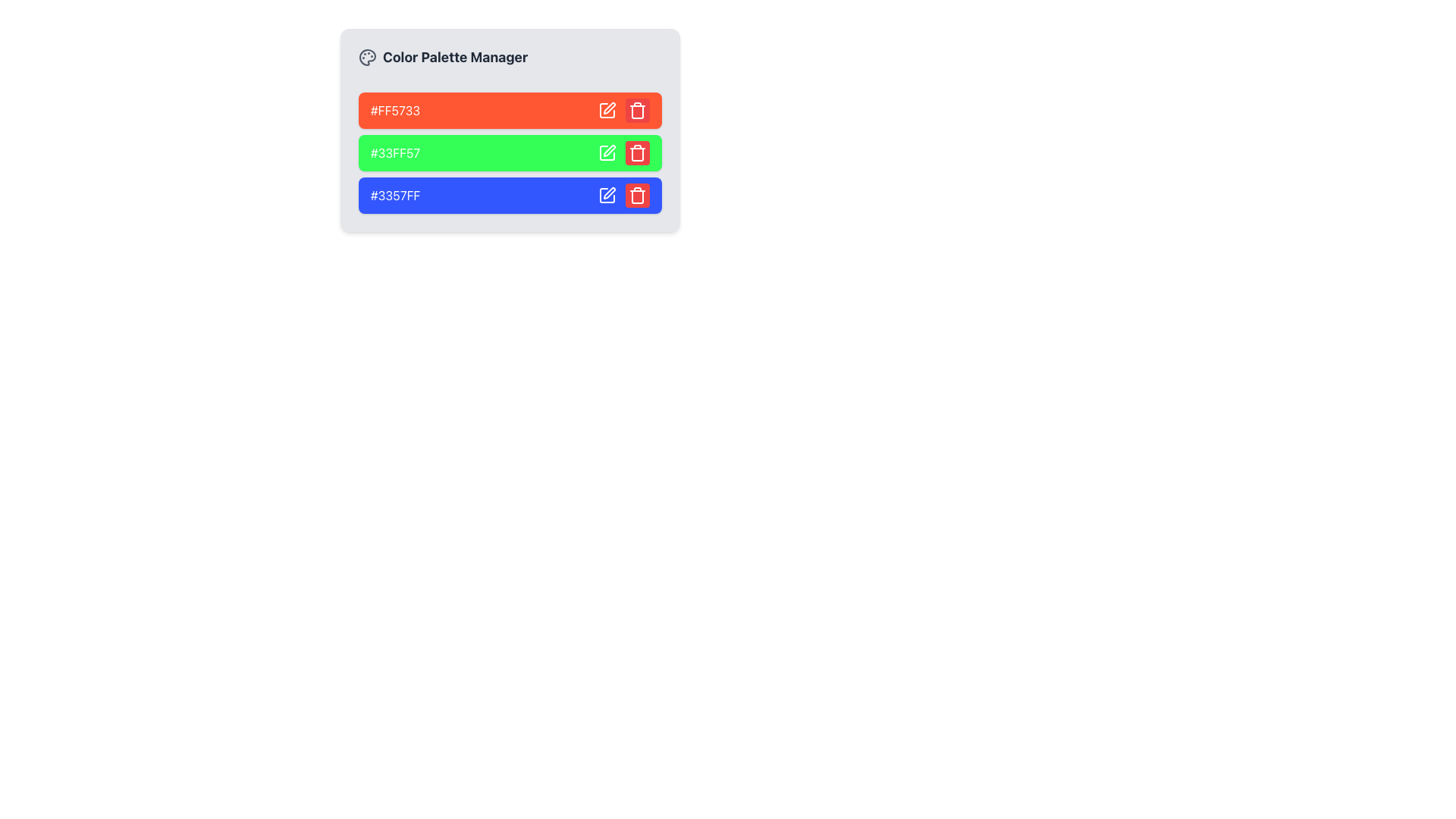  Describe the element at coordinates (610, 192) in the screenshot. I see `the pen-like icon button representing the edit action, located to the right of the red color swatch labeled '#FF5733'` at that location.